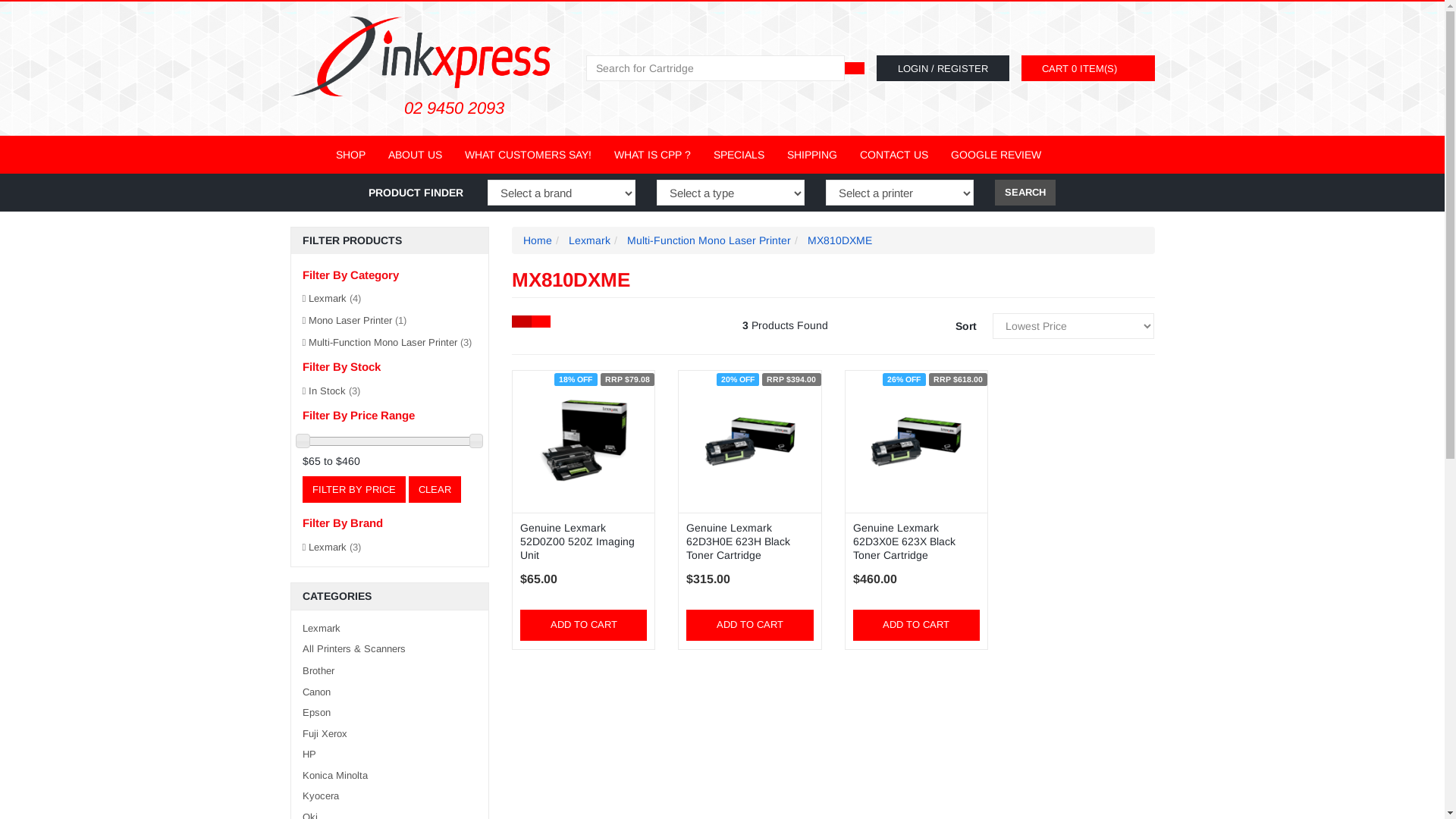  What do you see at coordinates (390, 320) in the screenshot?
I see `'Mono Laser Printer (1)'` at bounding box center [390, 320].